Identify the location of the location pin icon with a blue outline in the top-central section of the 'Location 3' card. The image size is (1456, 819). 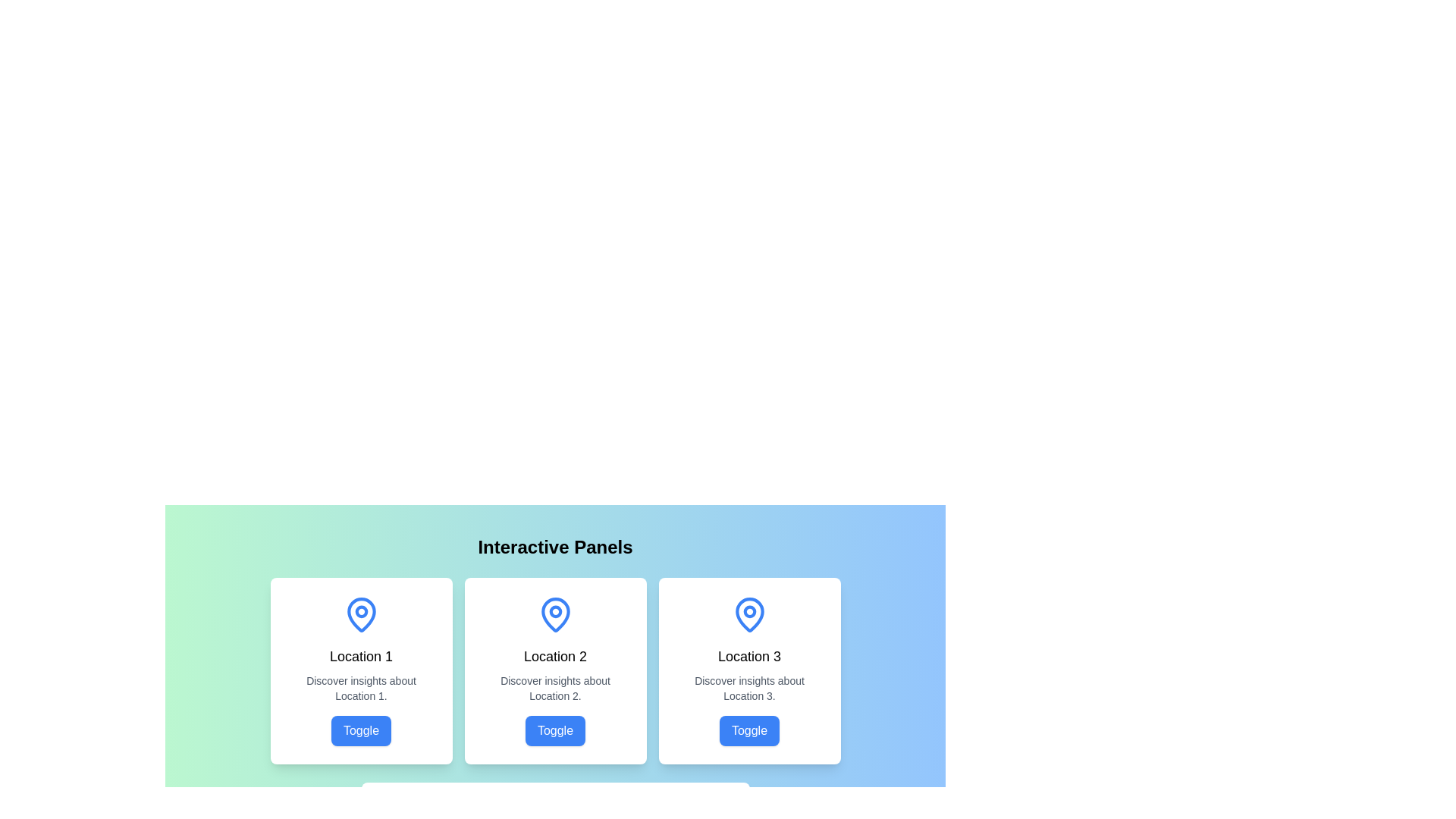
(749, 614).